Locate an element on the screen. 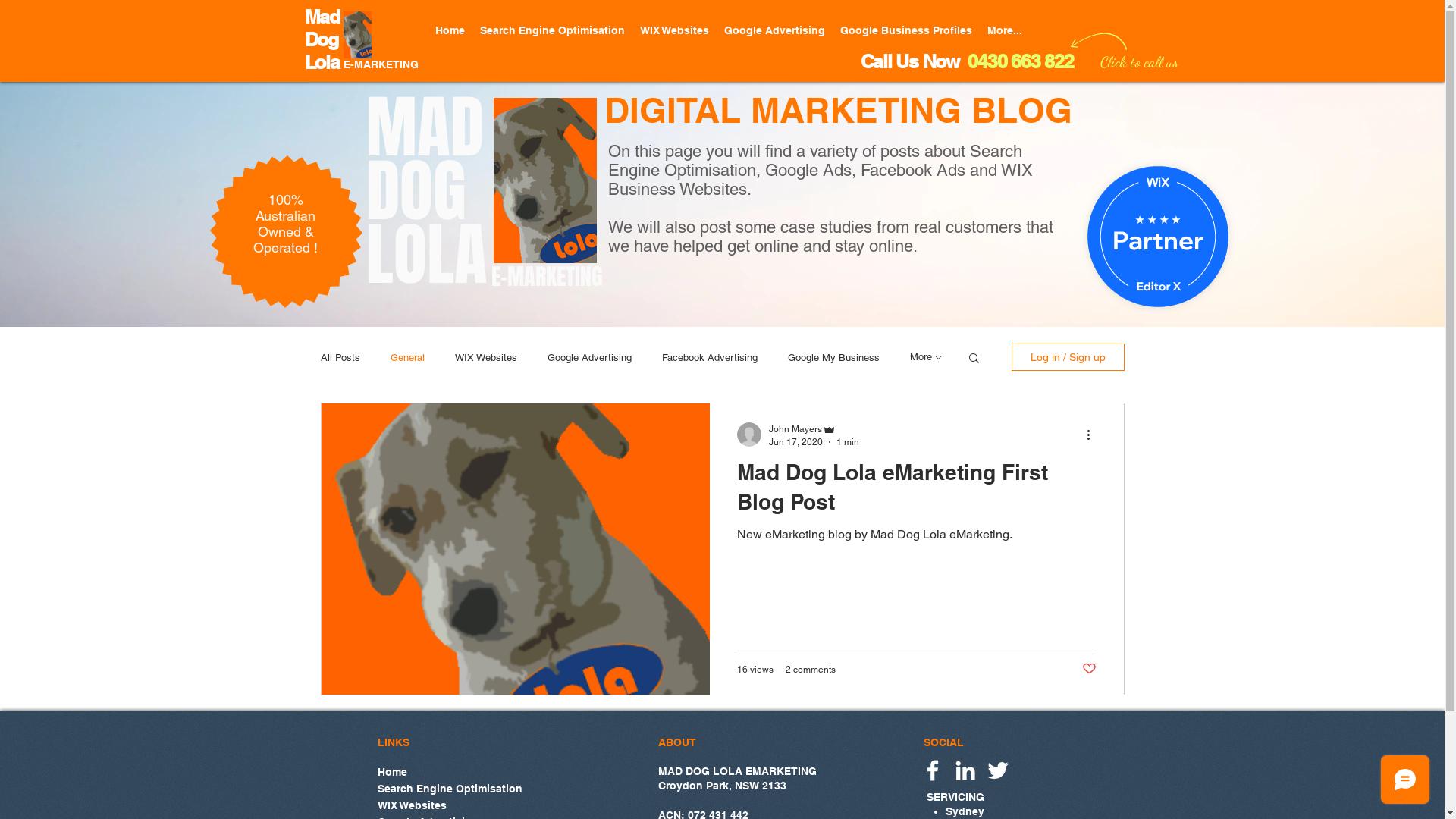  'Post not marked as liked' is located at coordinates (1087, 668).